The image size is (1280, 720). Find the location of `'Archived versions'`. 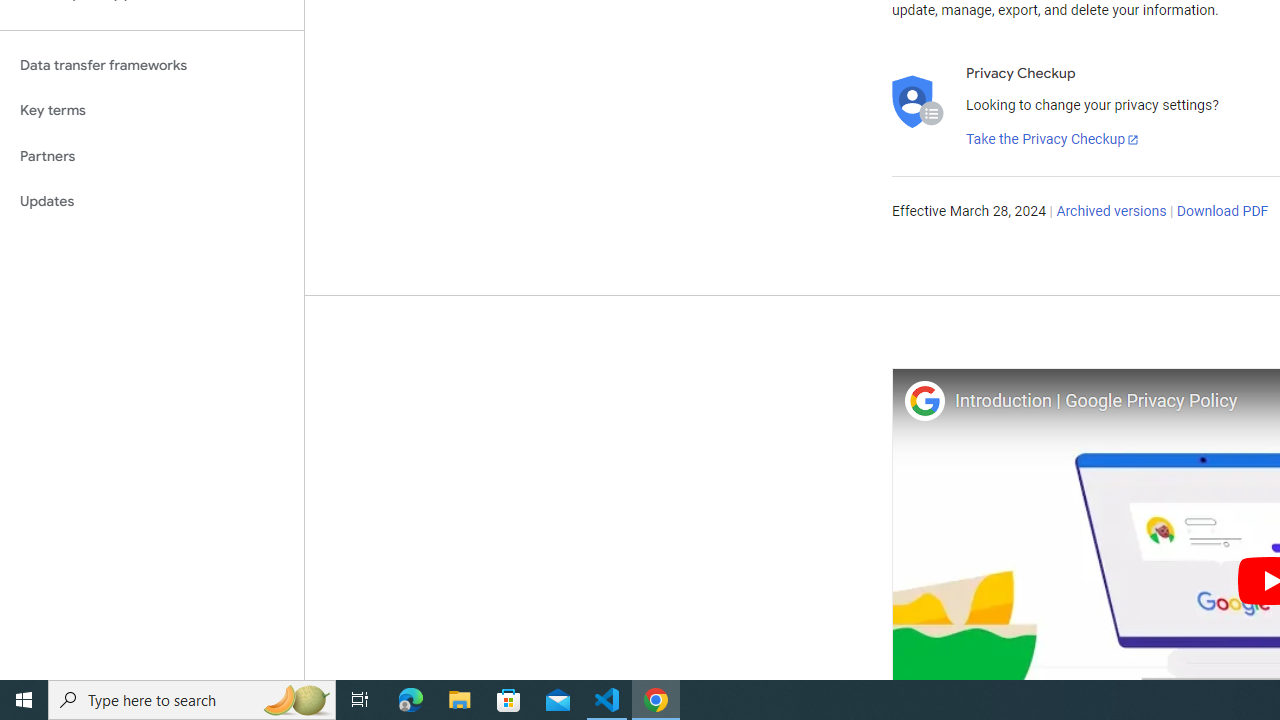

'Archived versions' is located at coordinates (1110, 212).